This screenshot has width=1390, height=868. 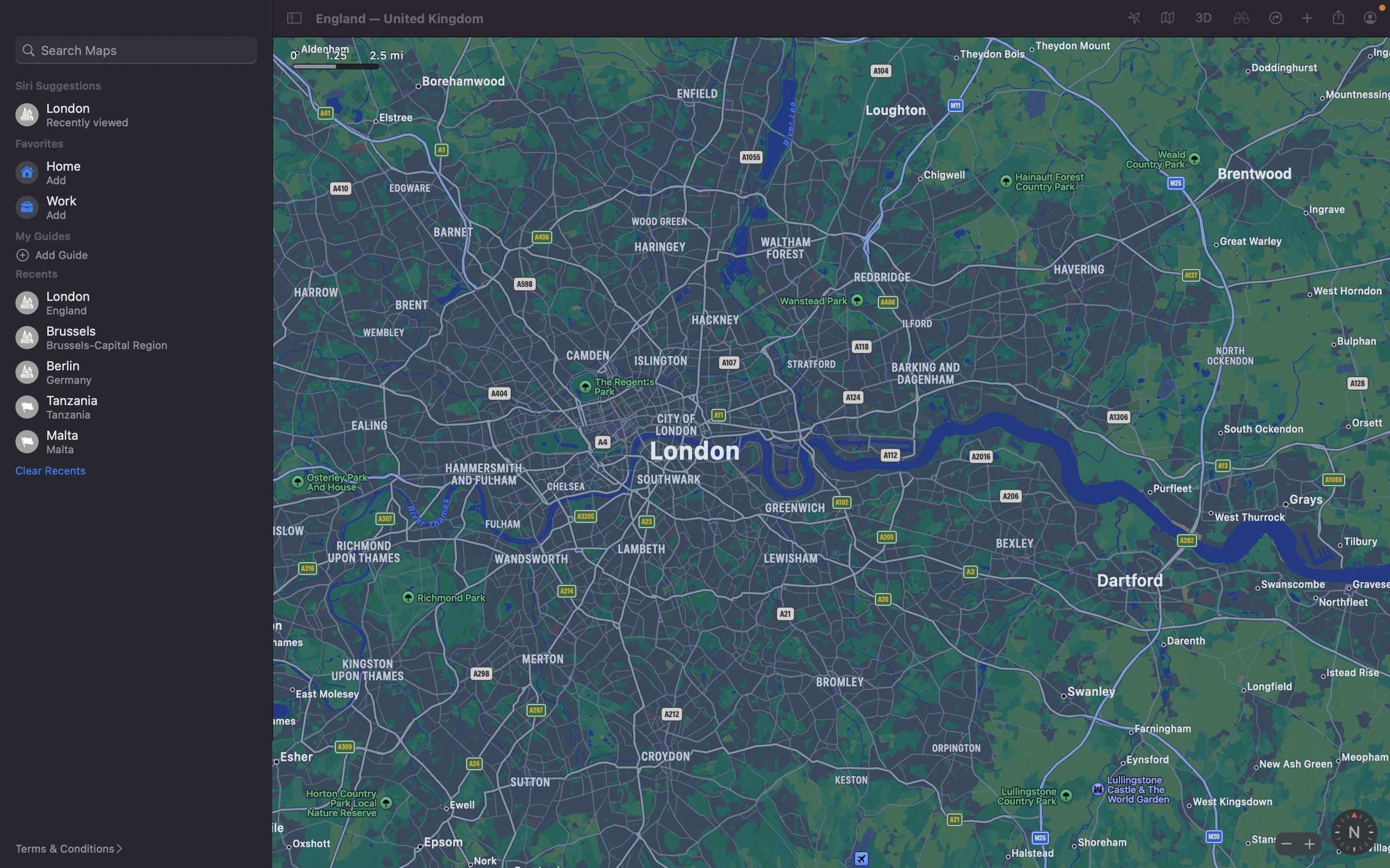 I want to click on Decrease magnification of the map, so click(x=1285, y=843).